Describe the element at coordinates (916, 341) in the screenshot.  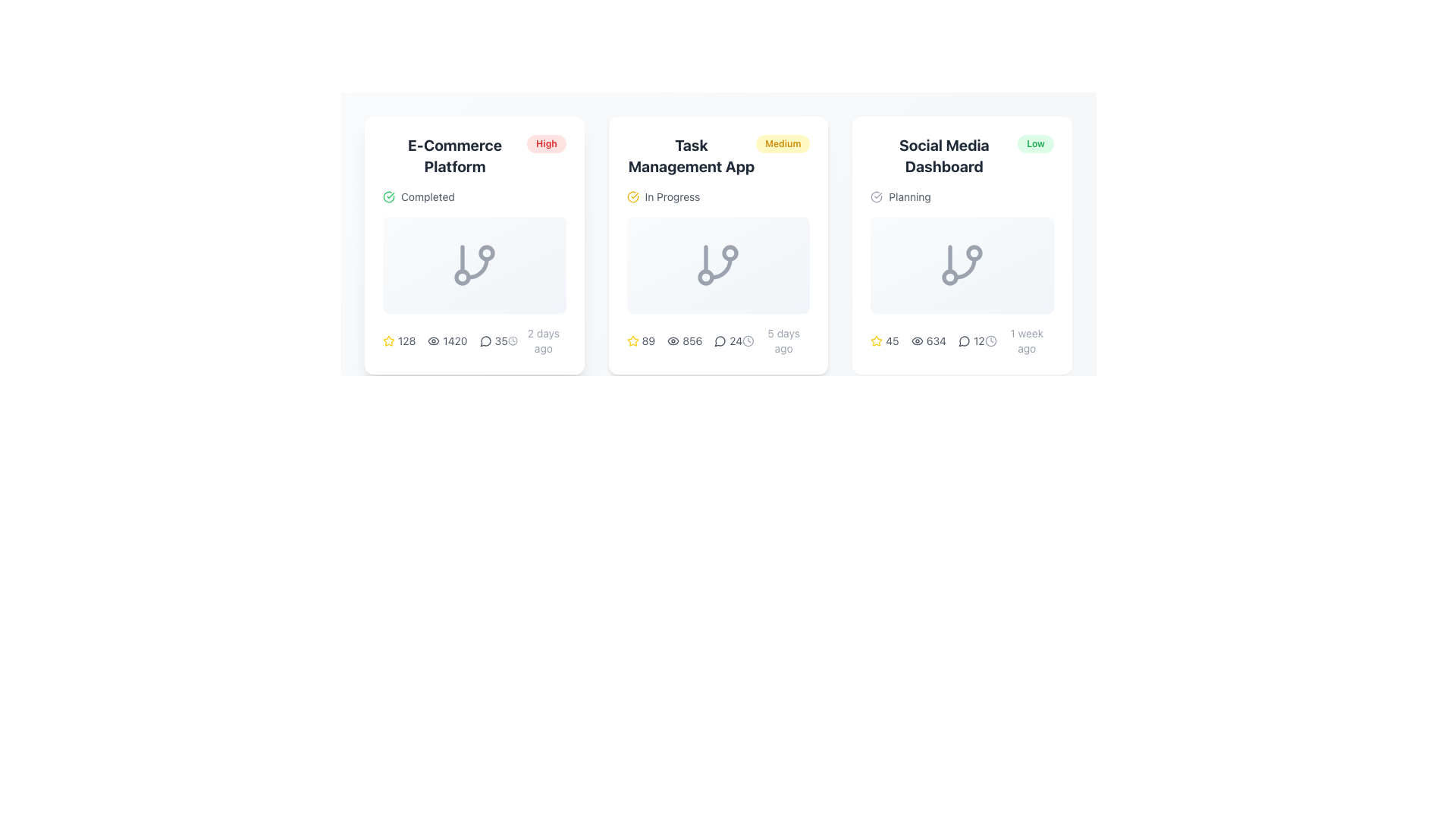
I see `the visibility icon located in the lower portion of the 'Social Media Dashboard' card, adjacent to the number '634'` at that location.